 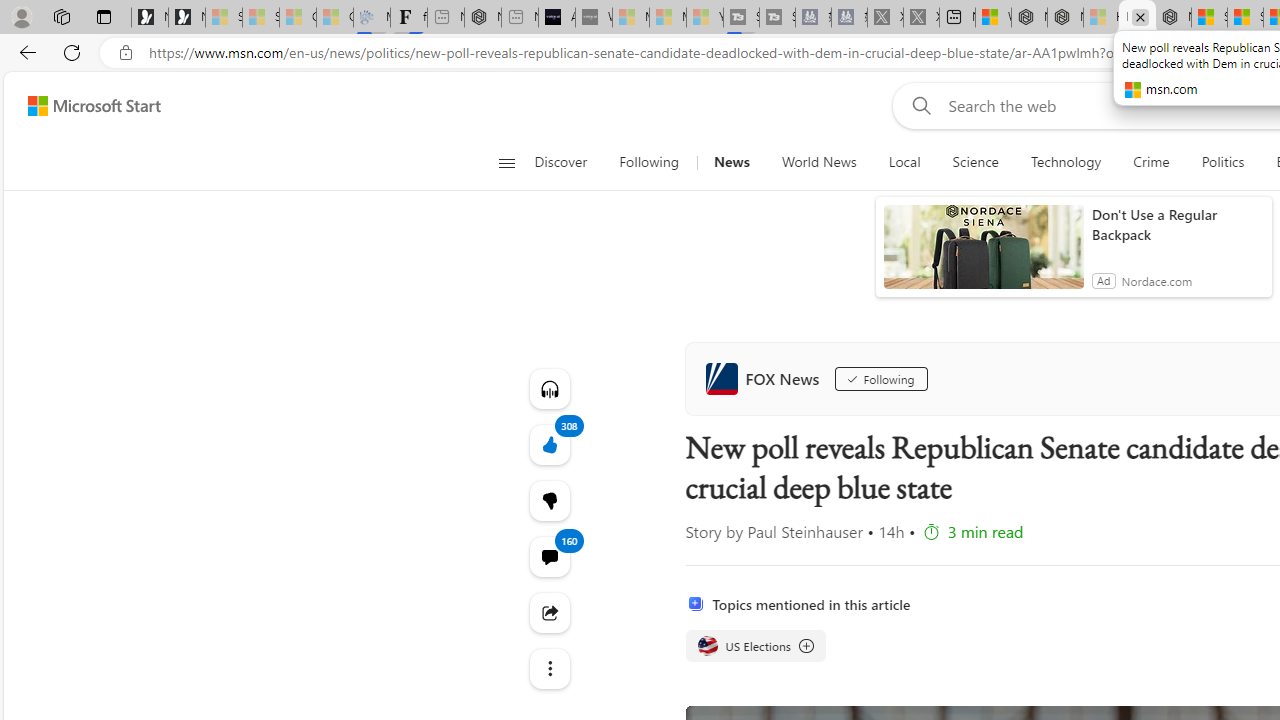 I want to click on 'US Elections', so click(x=707, y=645).